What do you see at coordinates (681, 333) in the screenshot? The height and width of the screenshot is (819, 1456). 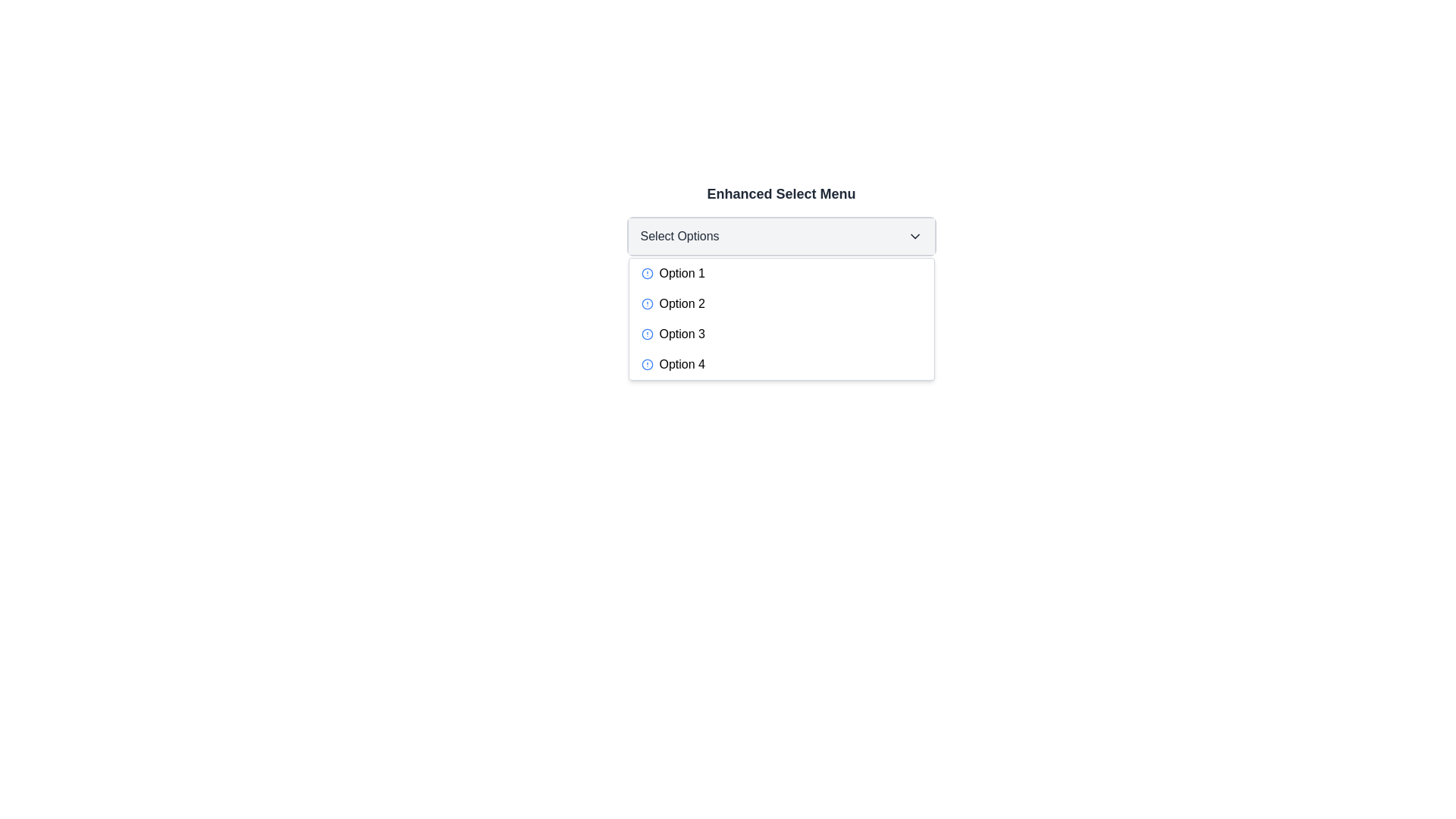 I see `the text label for 'Option 3' in the dropdown menu` at bounding box center [681, 333].